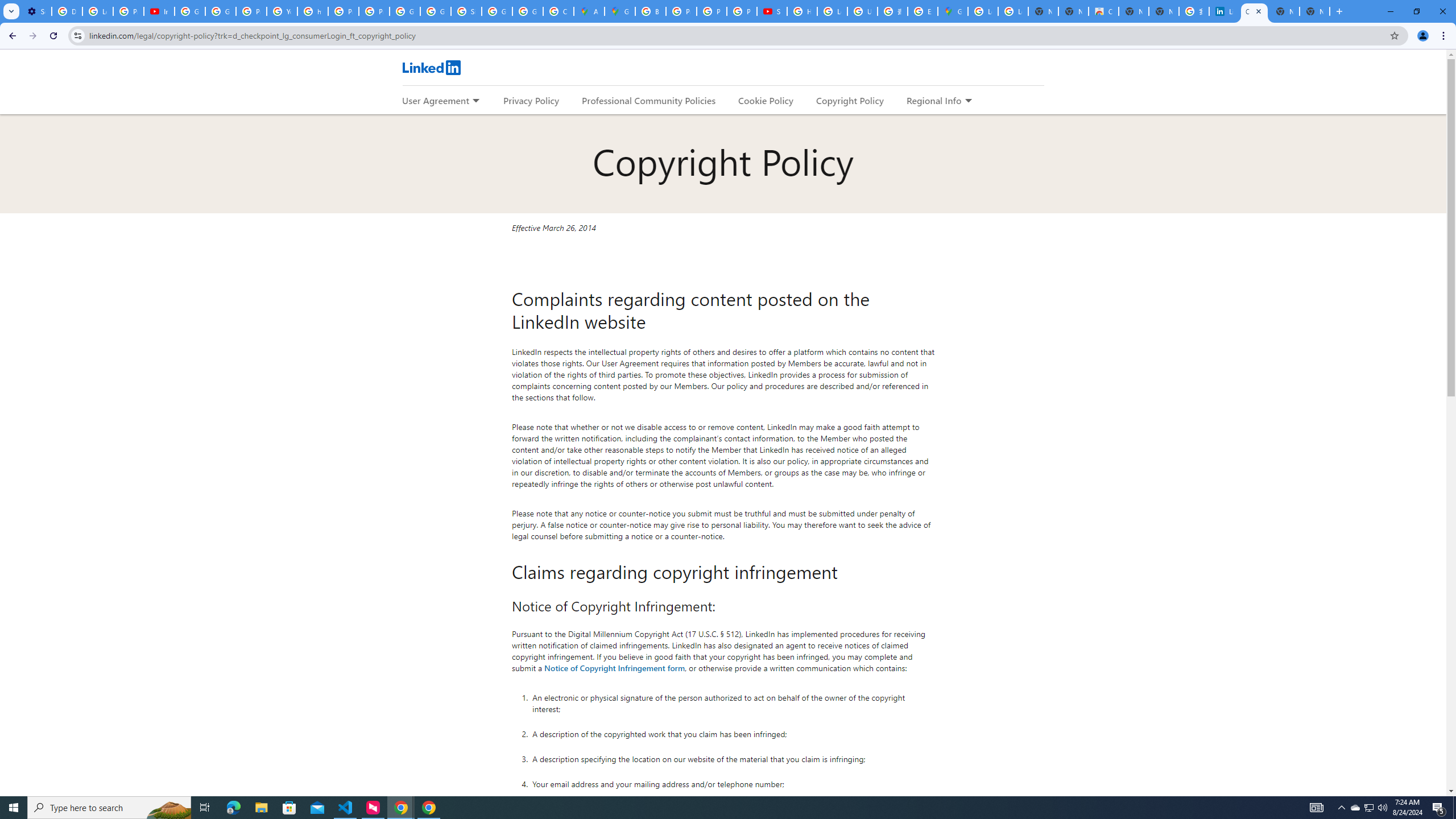 Image resolution: width=1456 pixels, height=819 pixels. Describe the element at coordinates (923, 11) in the screenshot. I see `'Explore new street-level details - Google Maps Help'` at that location.